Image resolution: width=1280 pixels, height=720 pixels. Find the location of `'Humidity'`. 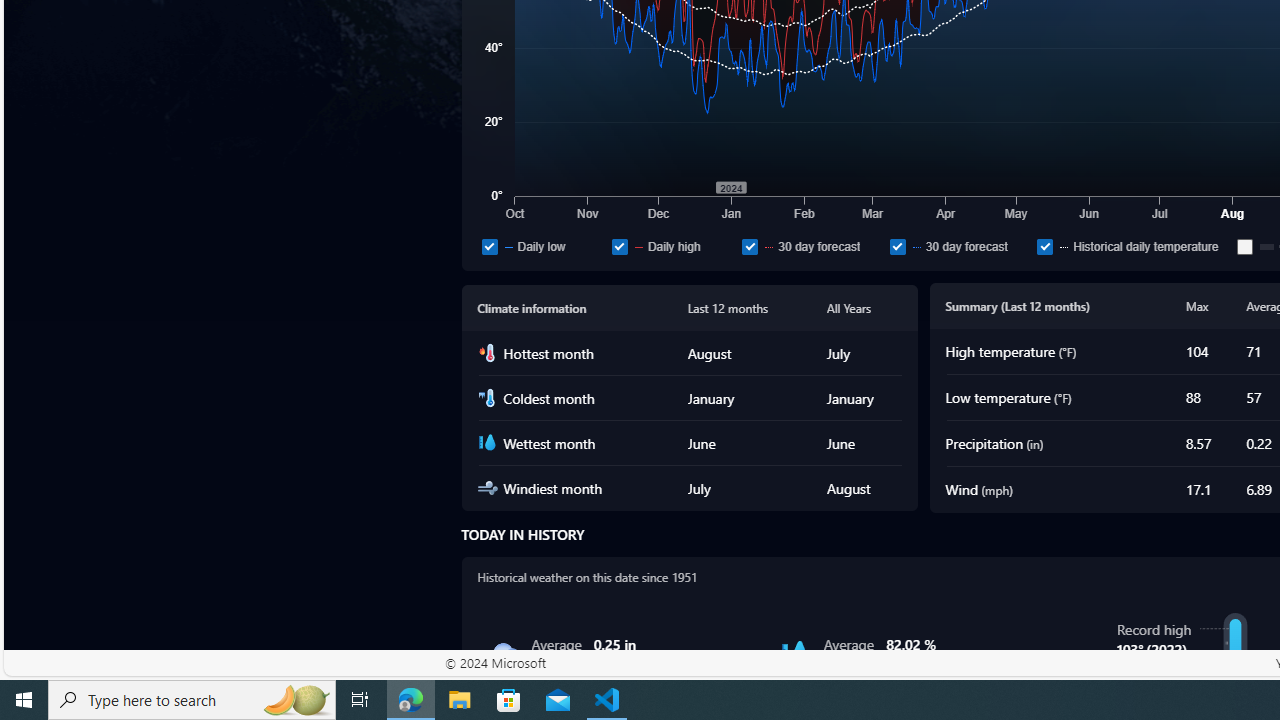

'Humidity' is located at coordinates (794, 654).